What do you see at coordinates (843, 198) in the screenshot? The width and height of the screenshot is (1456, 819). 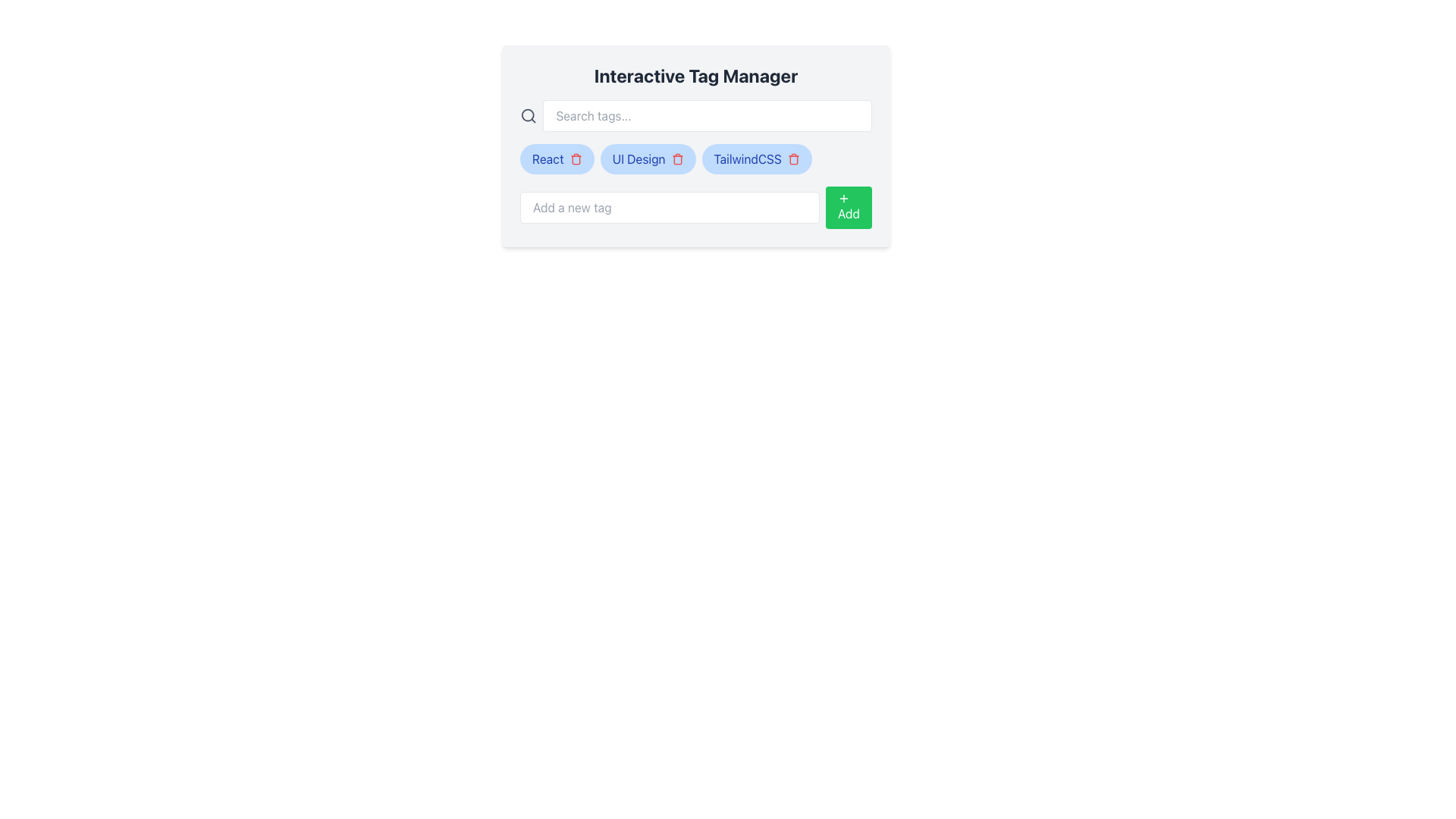 I see `the '+' icon within the green 'Add' button` at bounding box center [843, 198].